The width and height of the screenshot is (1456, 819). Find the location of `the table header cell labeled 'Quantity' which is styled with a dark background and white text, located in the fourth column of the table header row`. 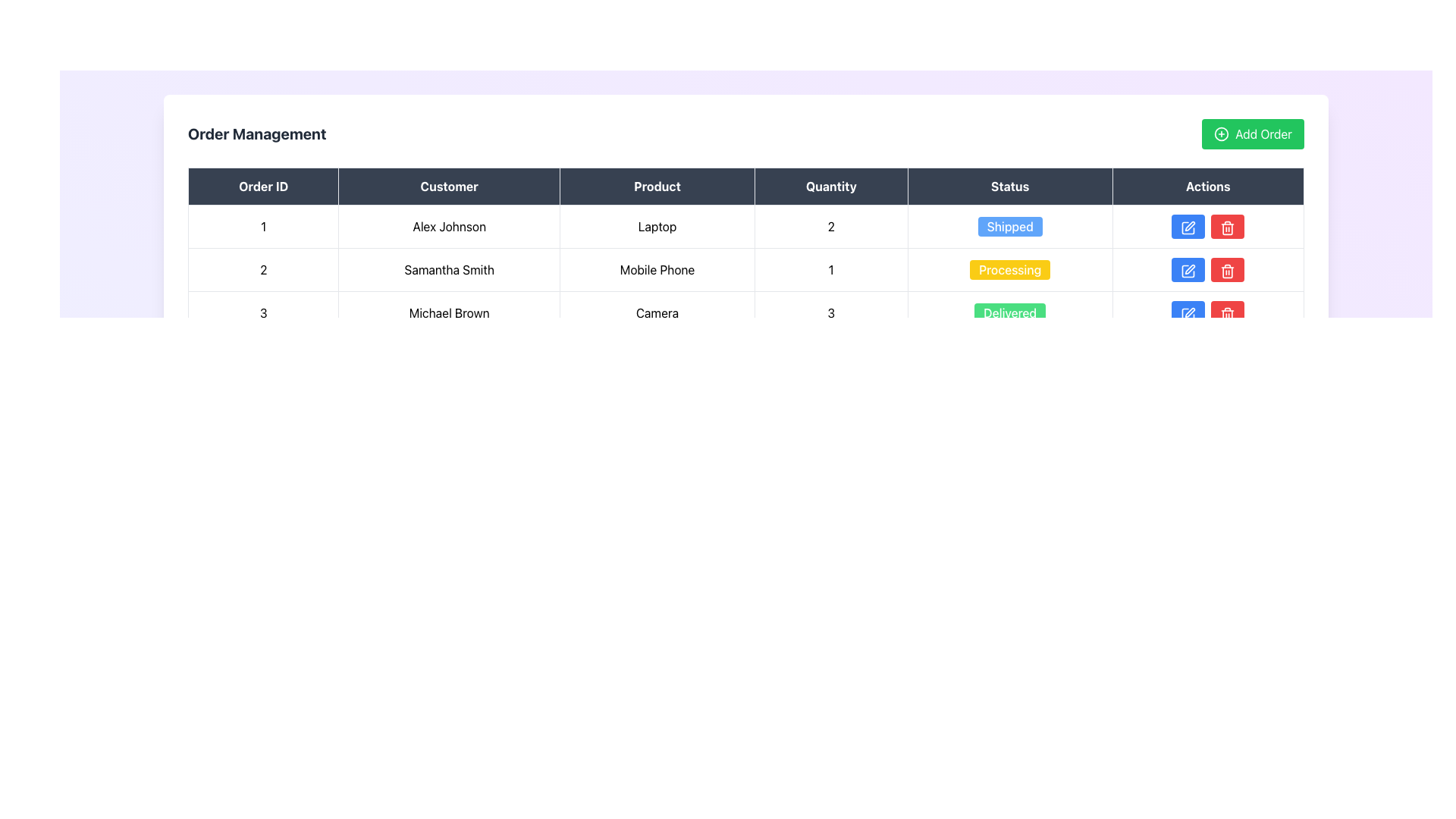

the table header cell labeled 'Quantity' which is styled with a dark background and white text, located in the fourth column of the table header row is located at coordinates (830, 186).